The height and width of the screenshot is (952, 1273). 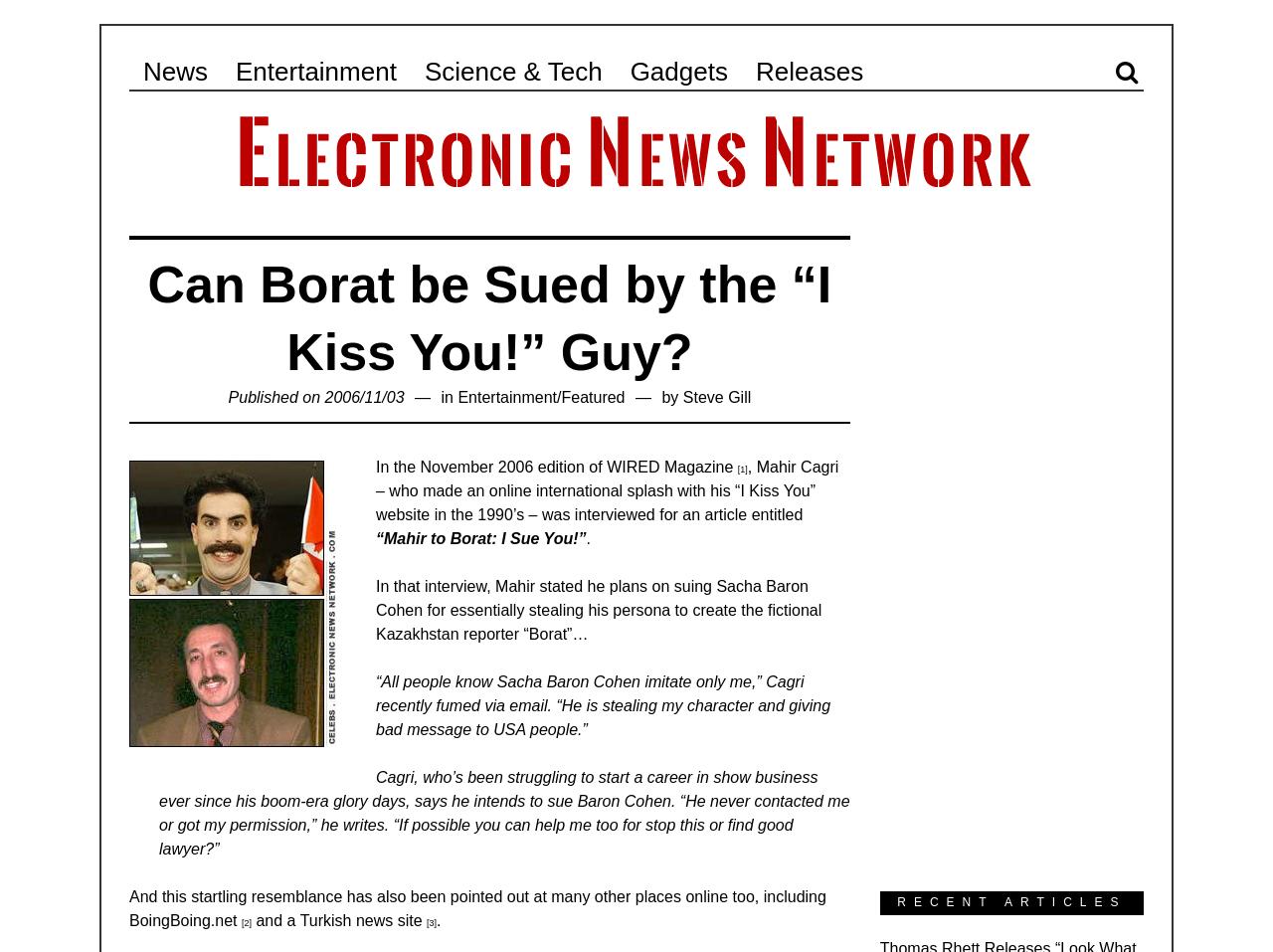 What do you see at coordinates (477, 908) in the screenshot?
I see `'And this startling resemblance has also been pointed out at many other places online too, including BoingBoing.net'` at bounding box center [477, 908].